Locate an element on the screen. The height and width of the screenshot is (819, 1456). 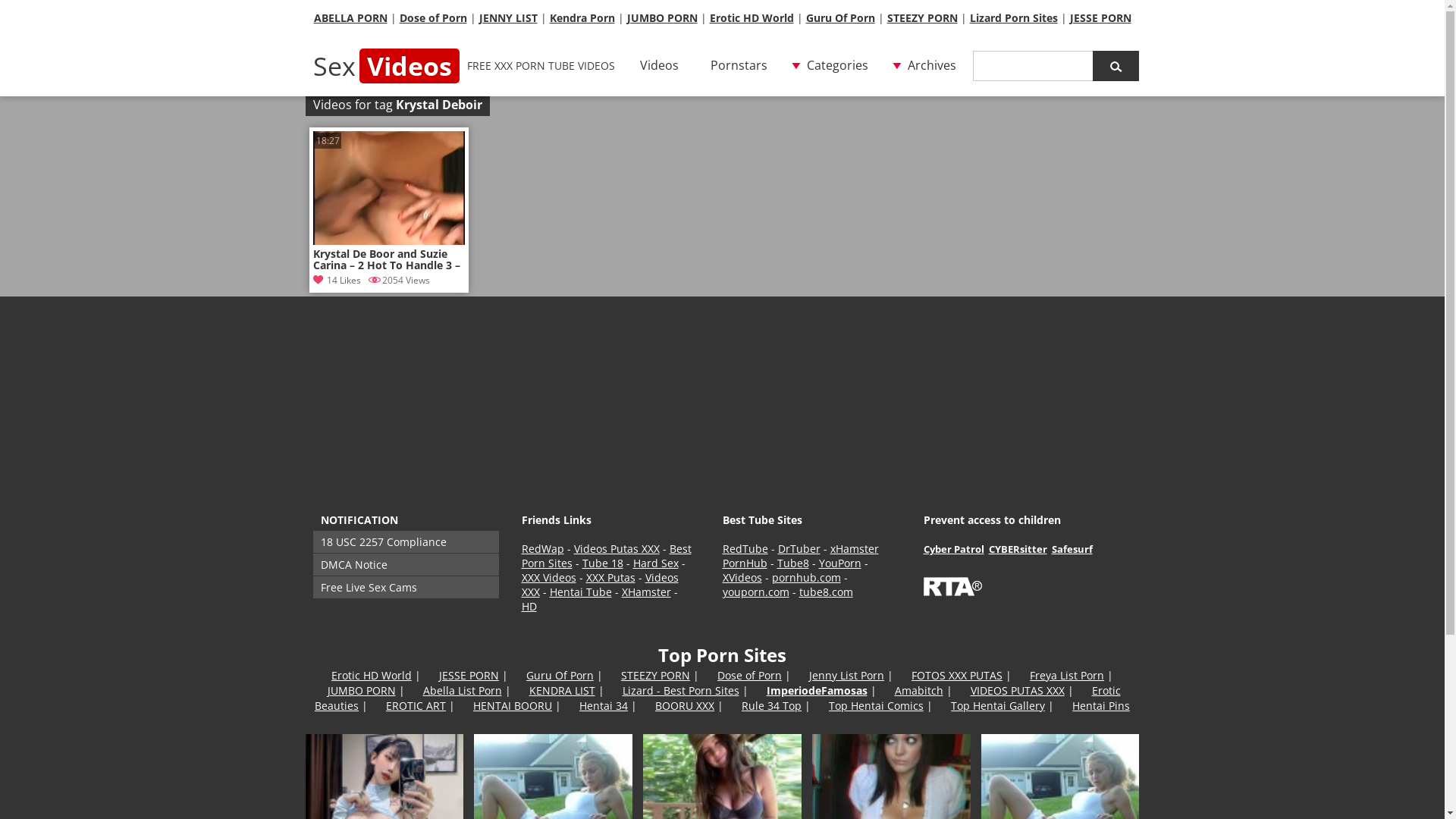
'18 USC 2257 Compliance' is located at coordinates (405, 541).